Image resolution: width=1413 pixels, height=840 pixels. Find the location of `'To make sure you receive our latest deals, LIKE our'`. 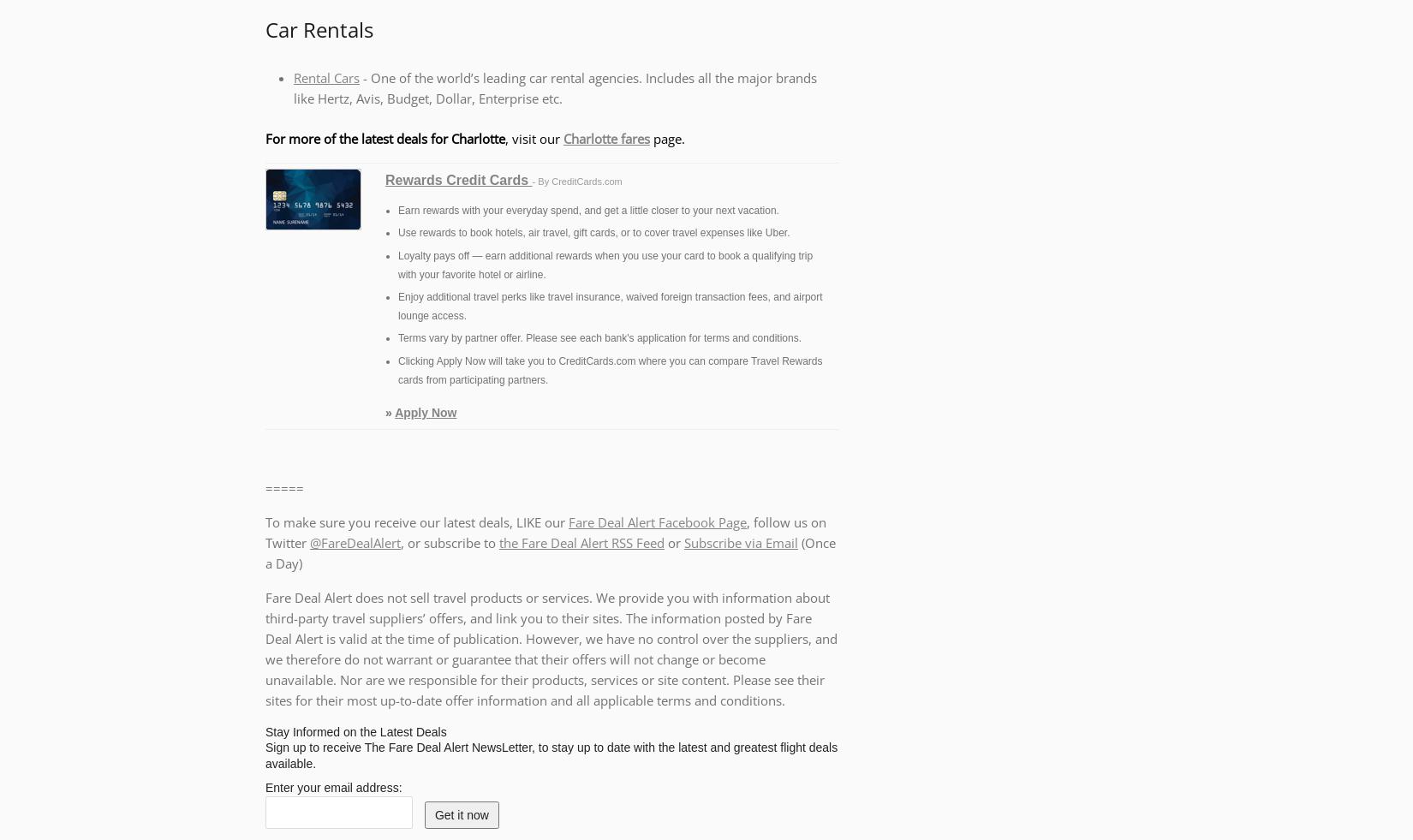

'To make sure you receive our latest deals, LIKE our' is located at coordinates (416, 521).